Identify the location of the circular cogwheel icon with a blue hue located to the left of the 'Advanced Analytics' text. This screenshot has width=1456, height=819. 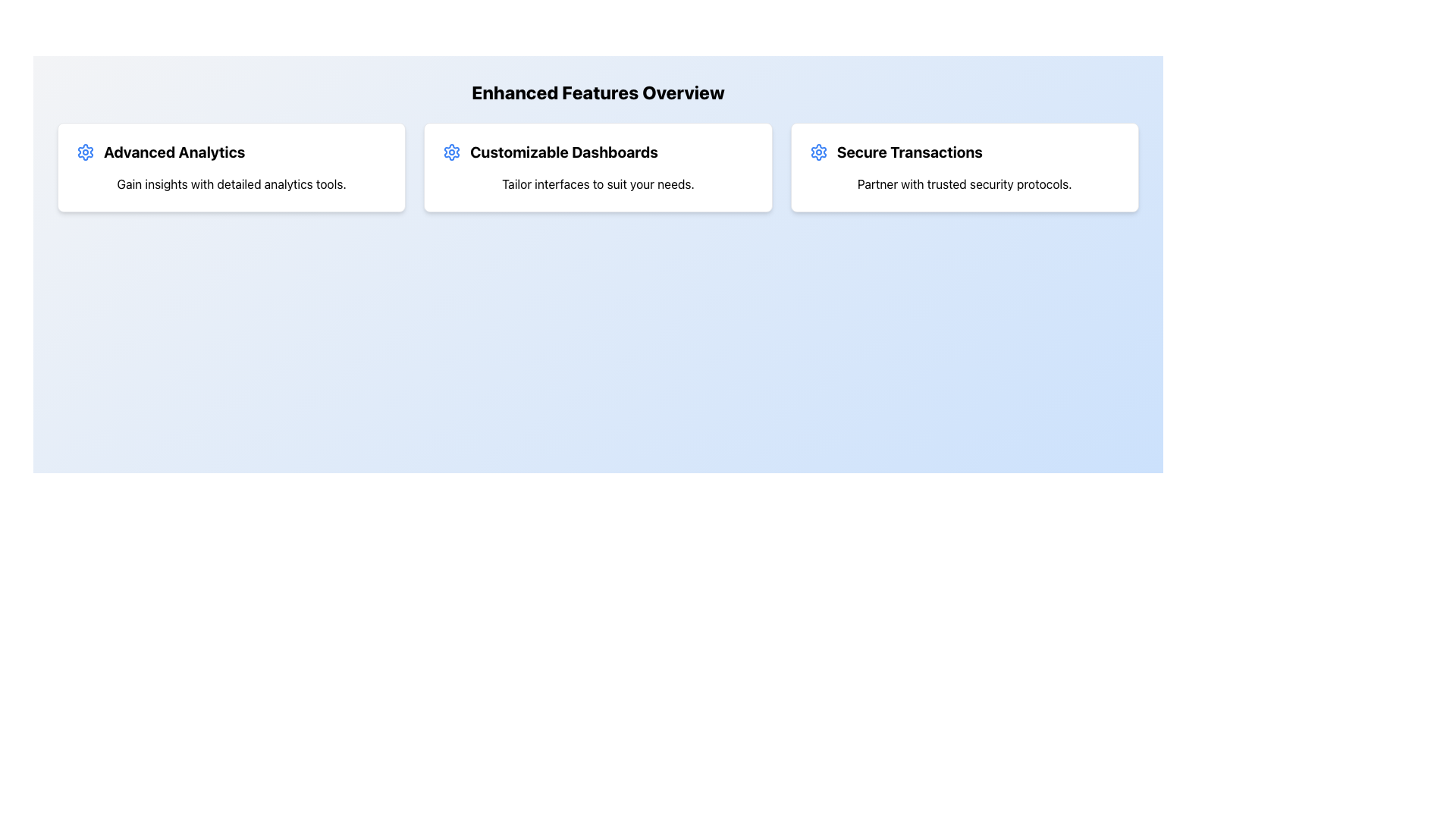
(817, 152).